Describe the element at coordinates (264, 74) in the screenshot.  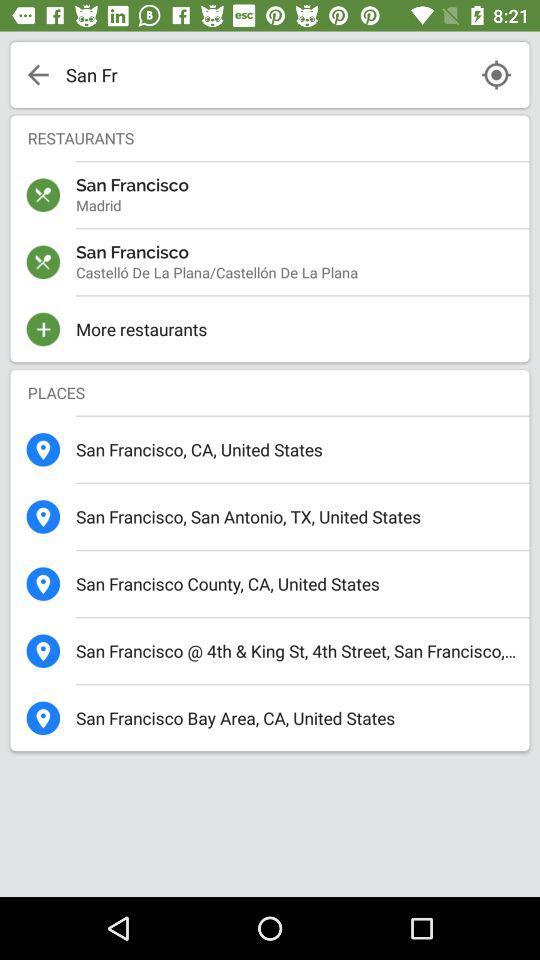
I see `icon above restaurants item` at that location.